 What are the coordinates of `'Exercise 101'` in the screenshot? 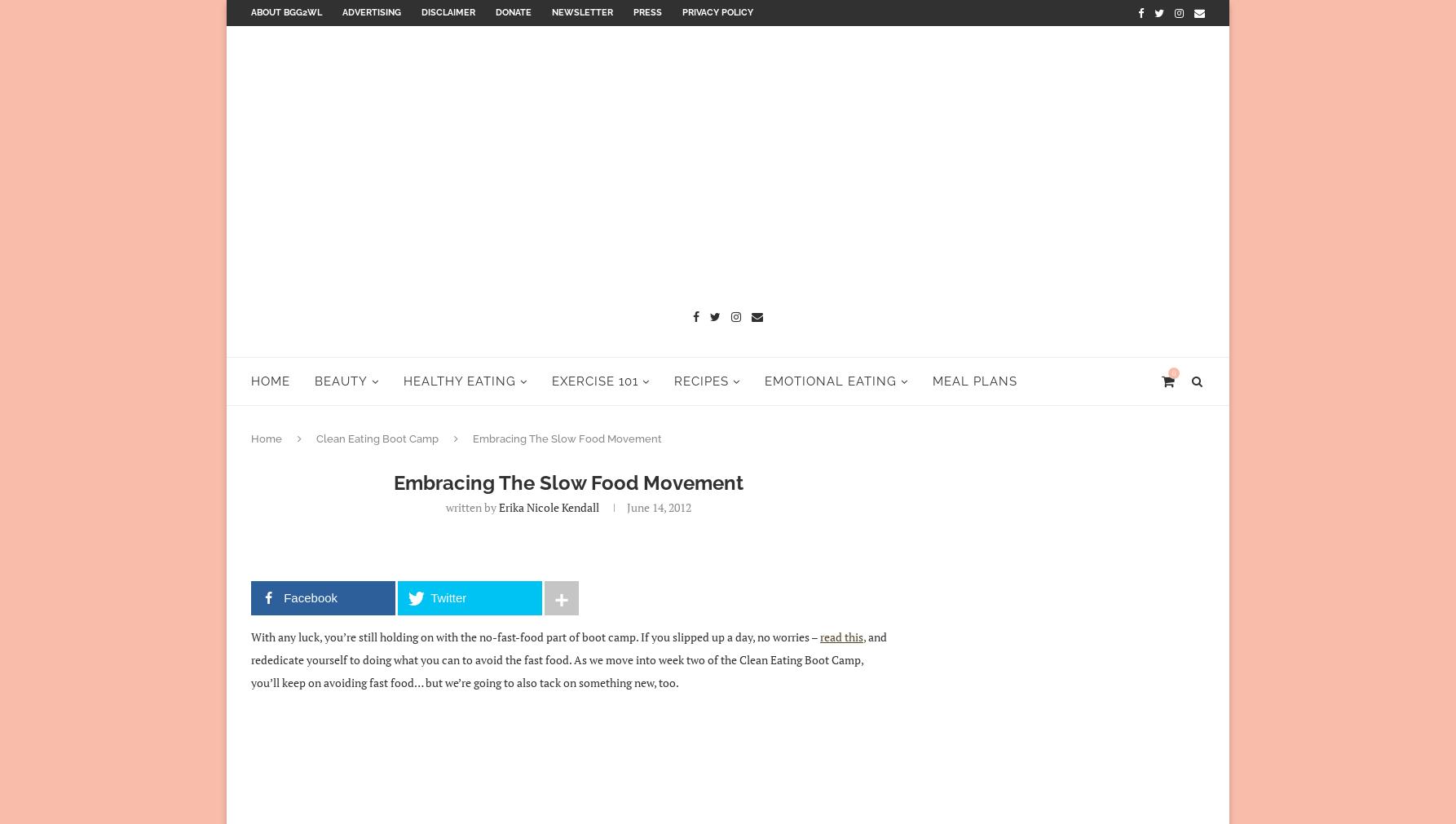 It's located at (594, 379).